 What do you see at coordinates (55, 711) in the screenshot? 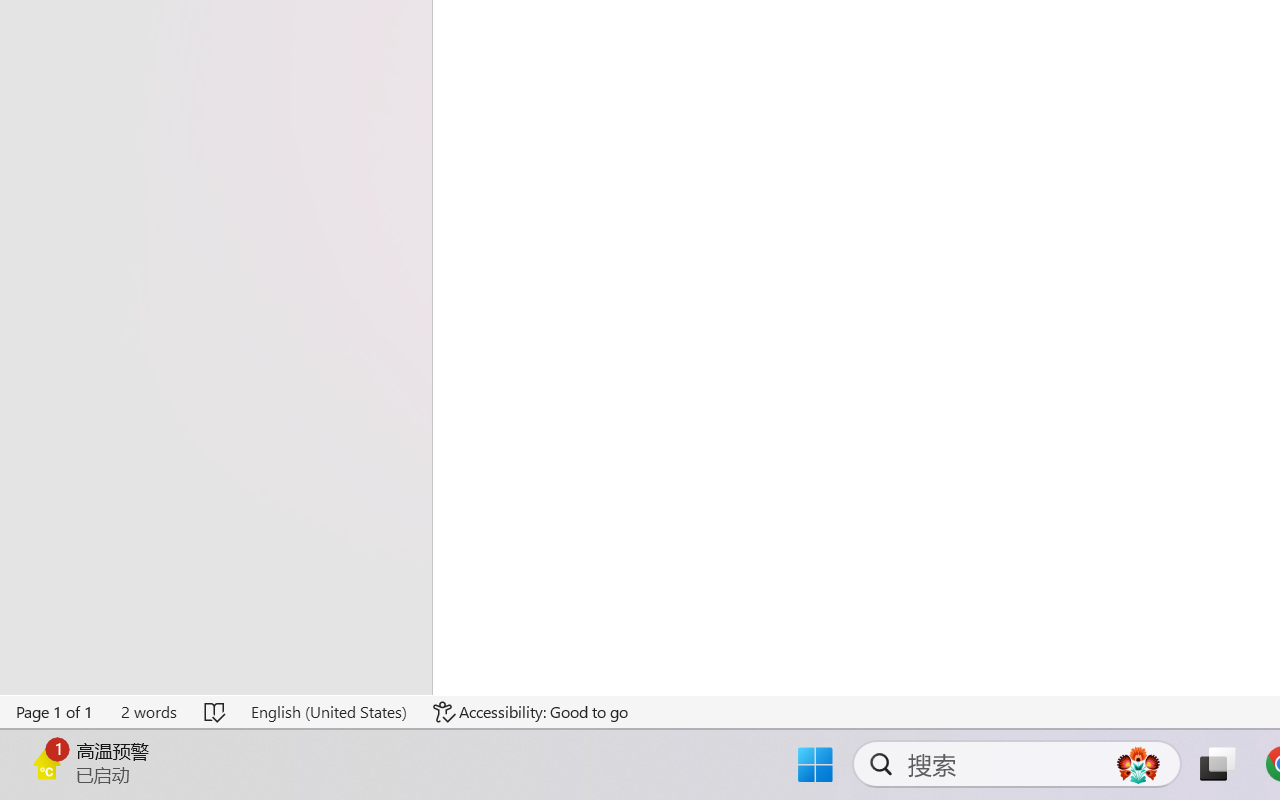
I see `'Page Number Page 1 of 1'` at bounding box center [55, 711].